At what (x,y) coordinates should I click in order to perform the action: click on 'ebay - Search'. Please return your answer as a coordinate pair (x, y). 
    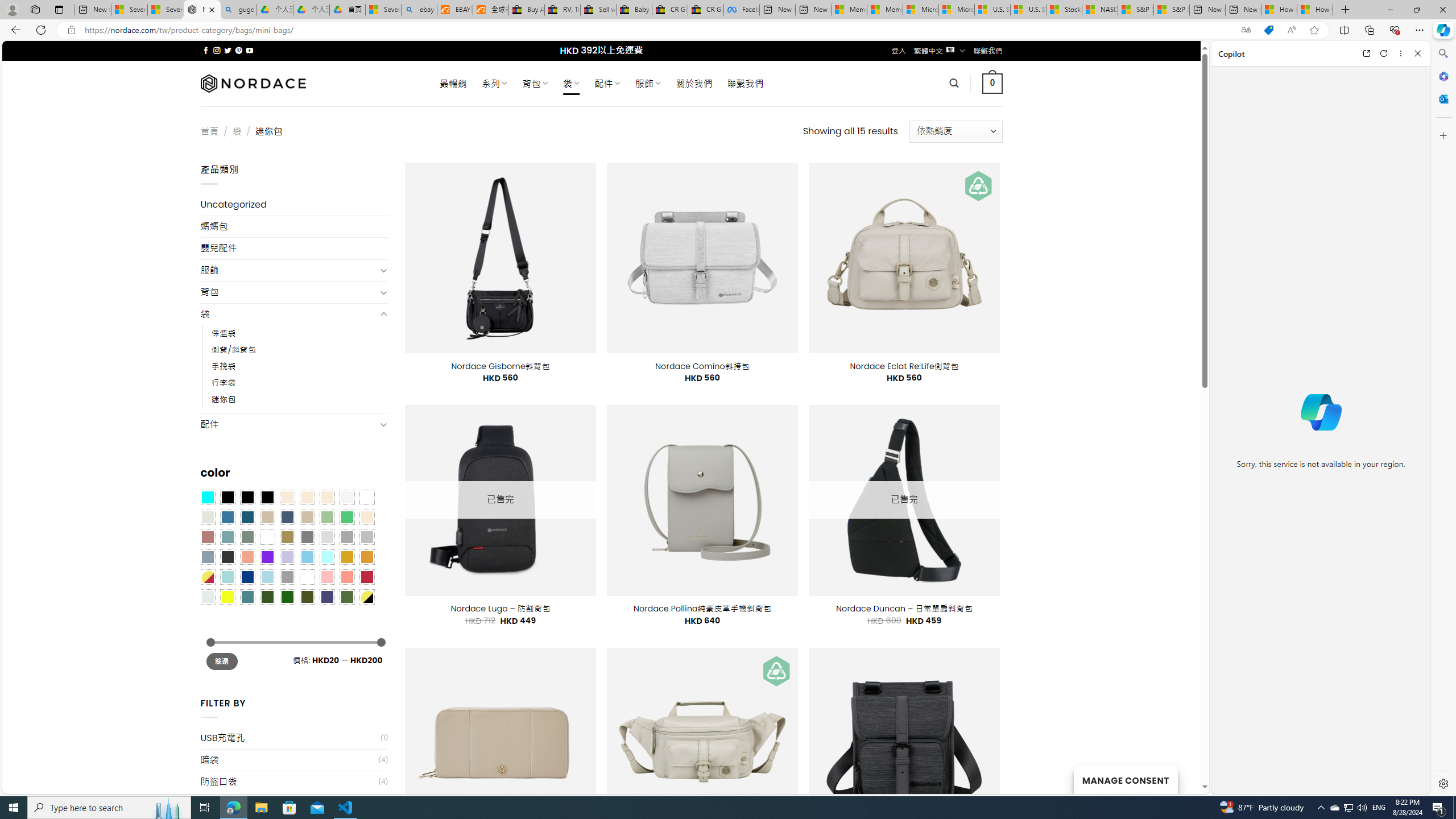
    Looking at the image, I should click on (419, 9).